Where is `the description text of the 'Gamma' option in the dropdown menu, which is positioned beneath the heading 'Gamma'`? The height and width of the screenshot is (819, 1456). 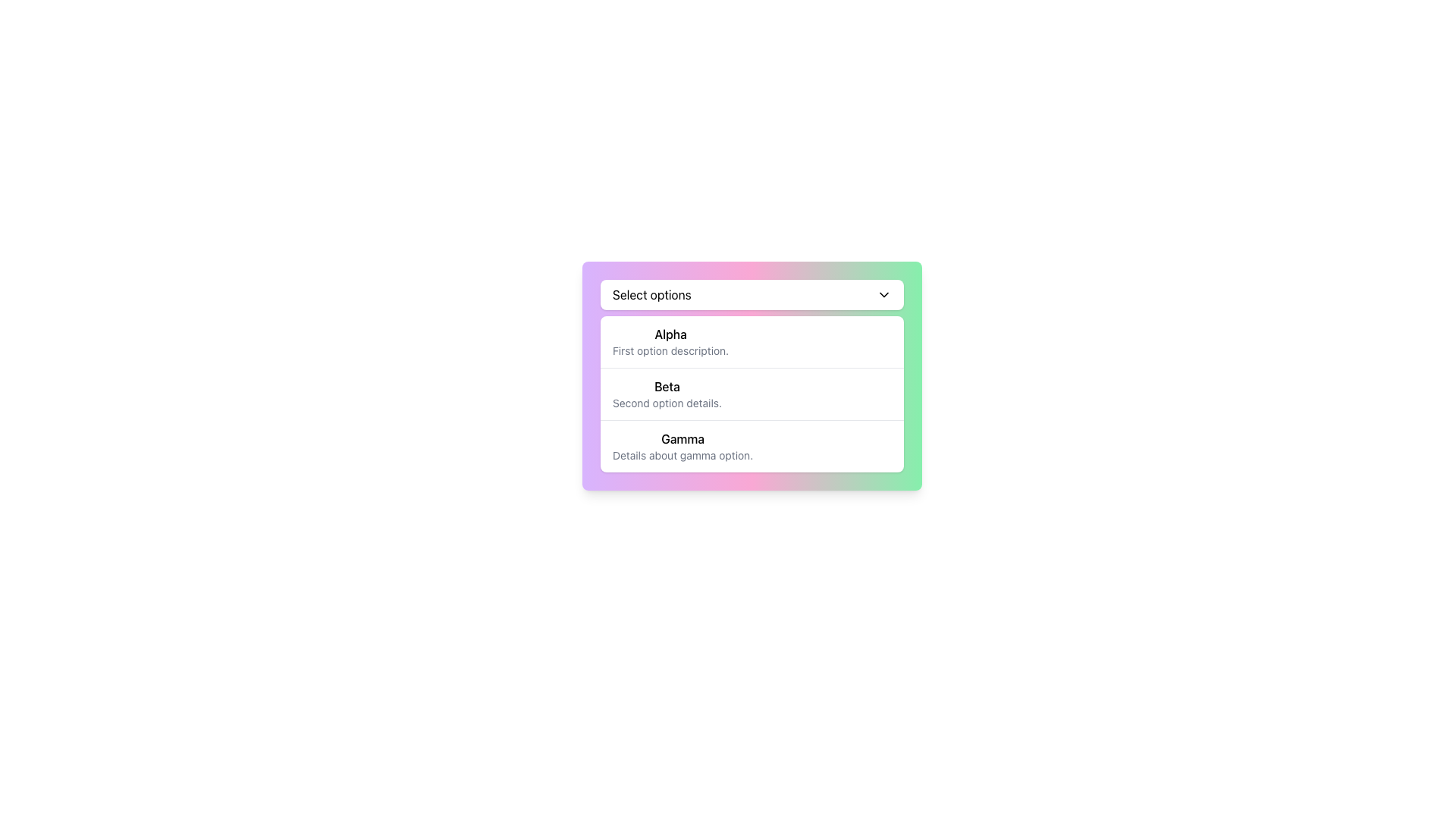 the description text of the 'Gamma' option in the dropdown menu, which is positioned beneath the heading 'Gamma' is located at coordinates (682, 455).